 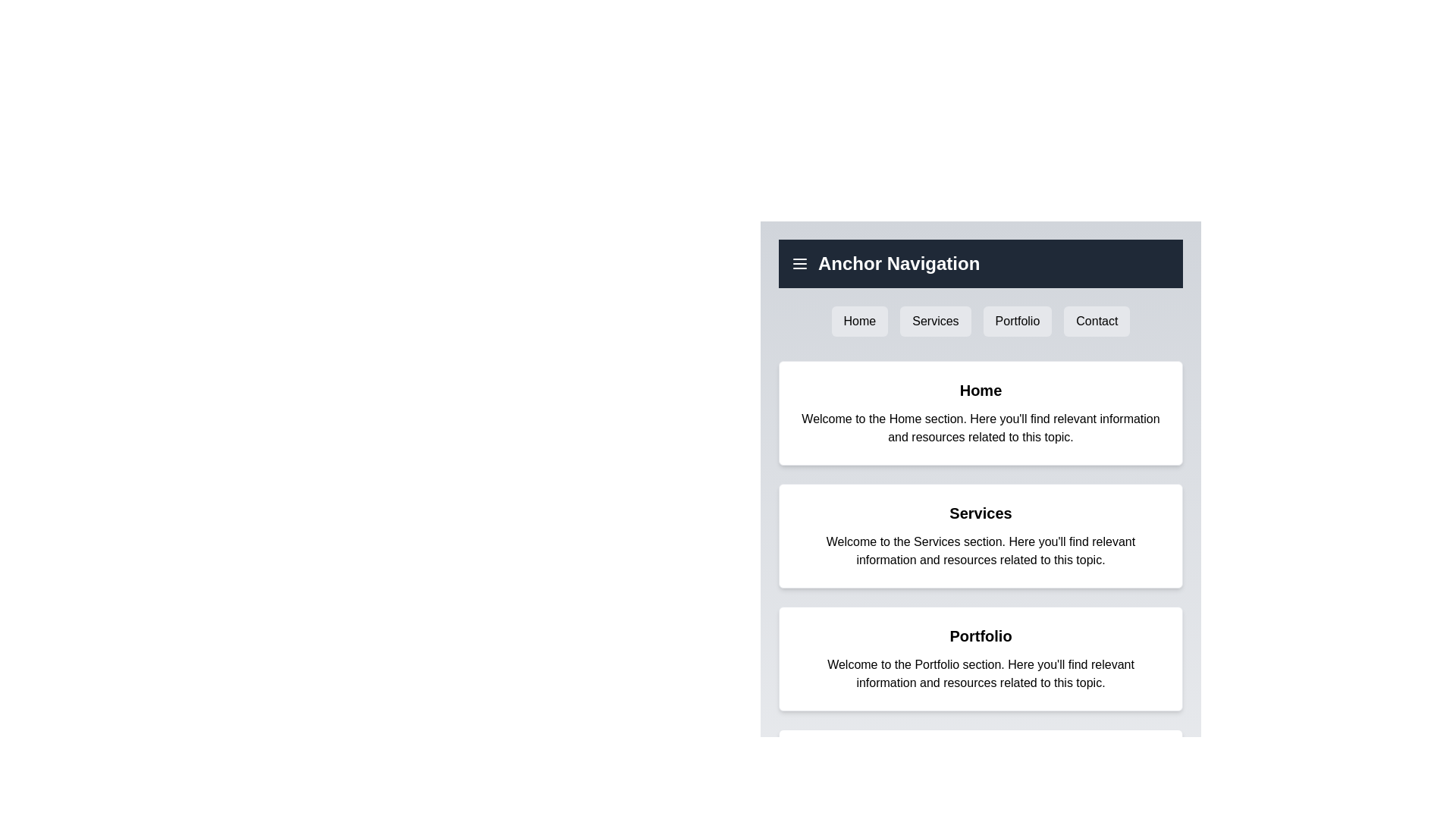 I want to click on the 'Home' label displayed in bold black text at the top section of the Home panel, so click(x=981, y=390).